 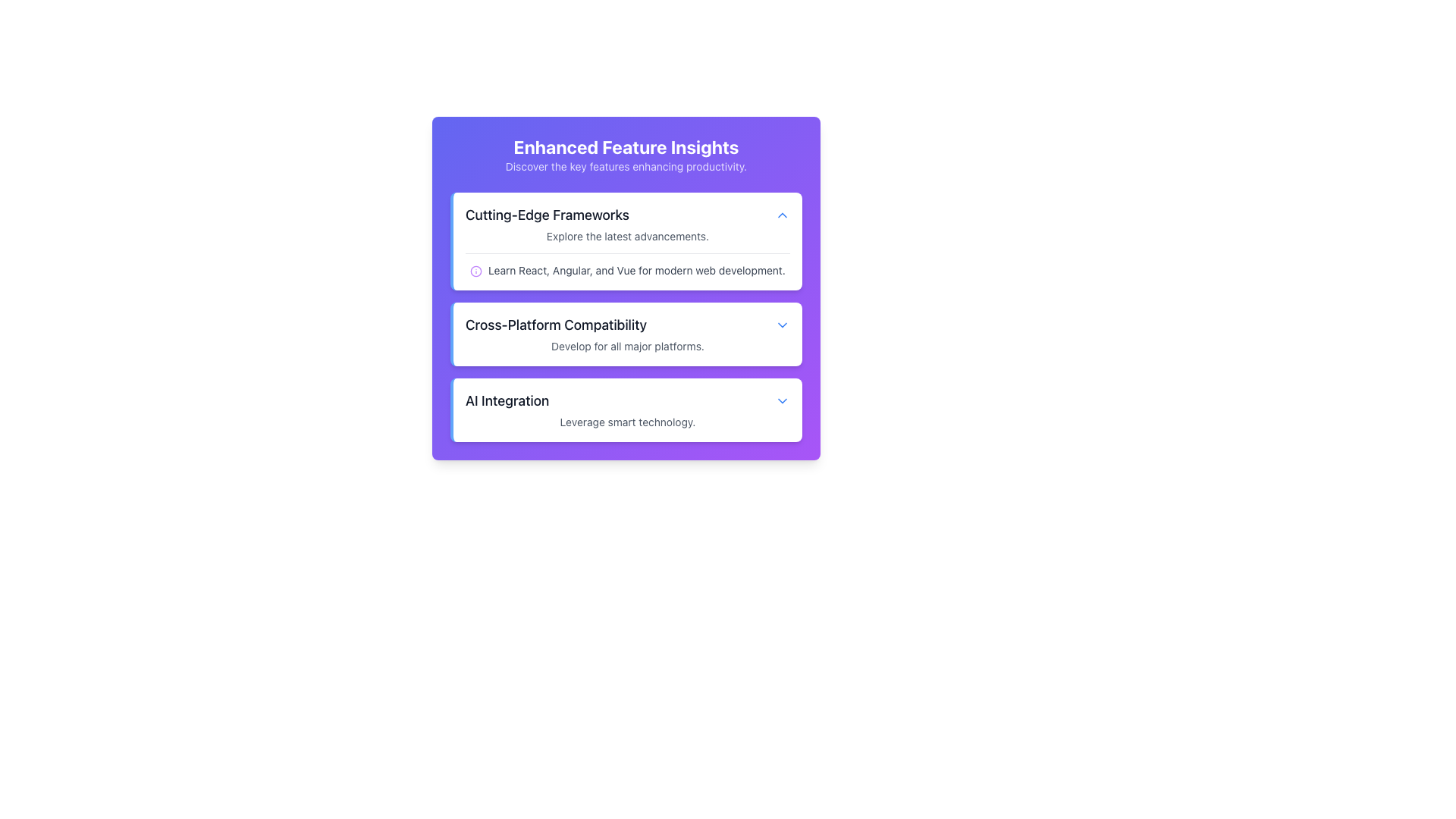 What do you see at coordinates (783, 400) in the screenshot?
I see `the chevron down icon` at bounding box center [783, 400].